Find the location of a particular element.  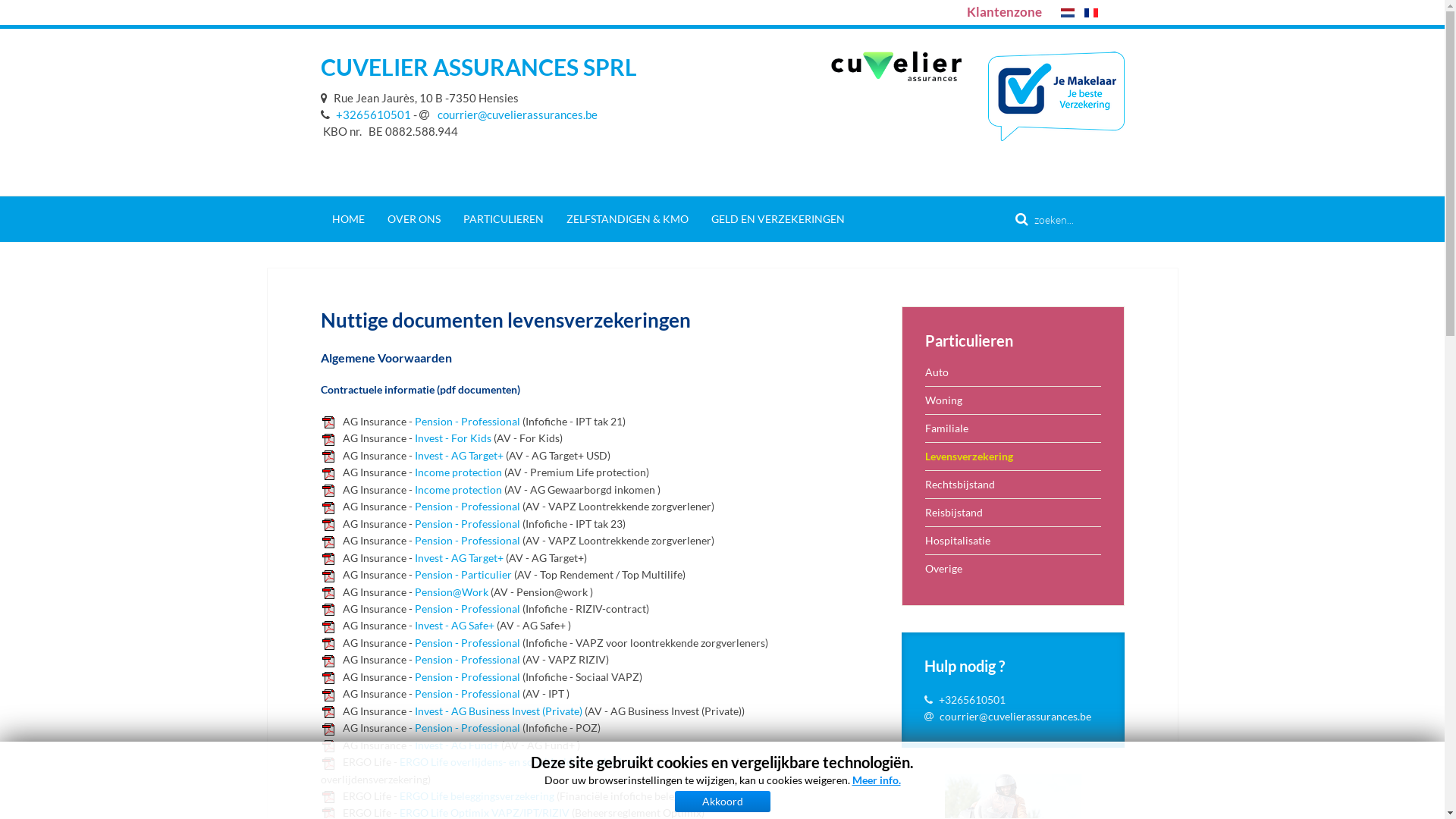

'Pension - Professional' is located at coordinates (414, 522).